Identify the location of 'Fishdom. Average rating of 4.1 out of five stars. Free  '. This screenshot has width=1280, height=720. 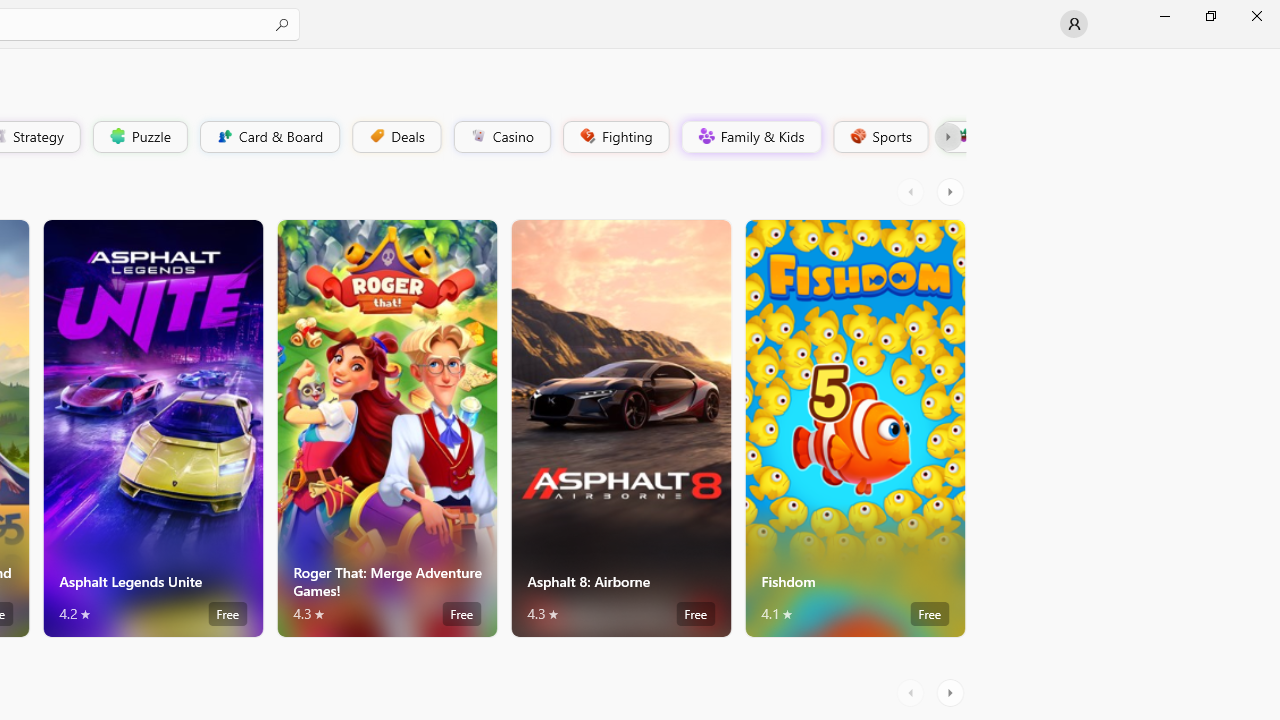
(855, 427).